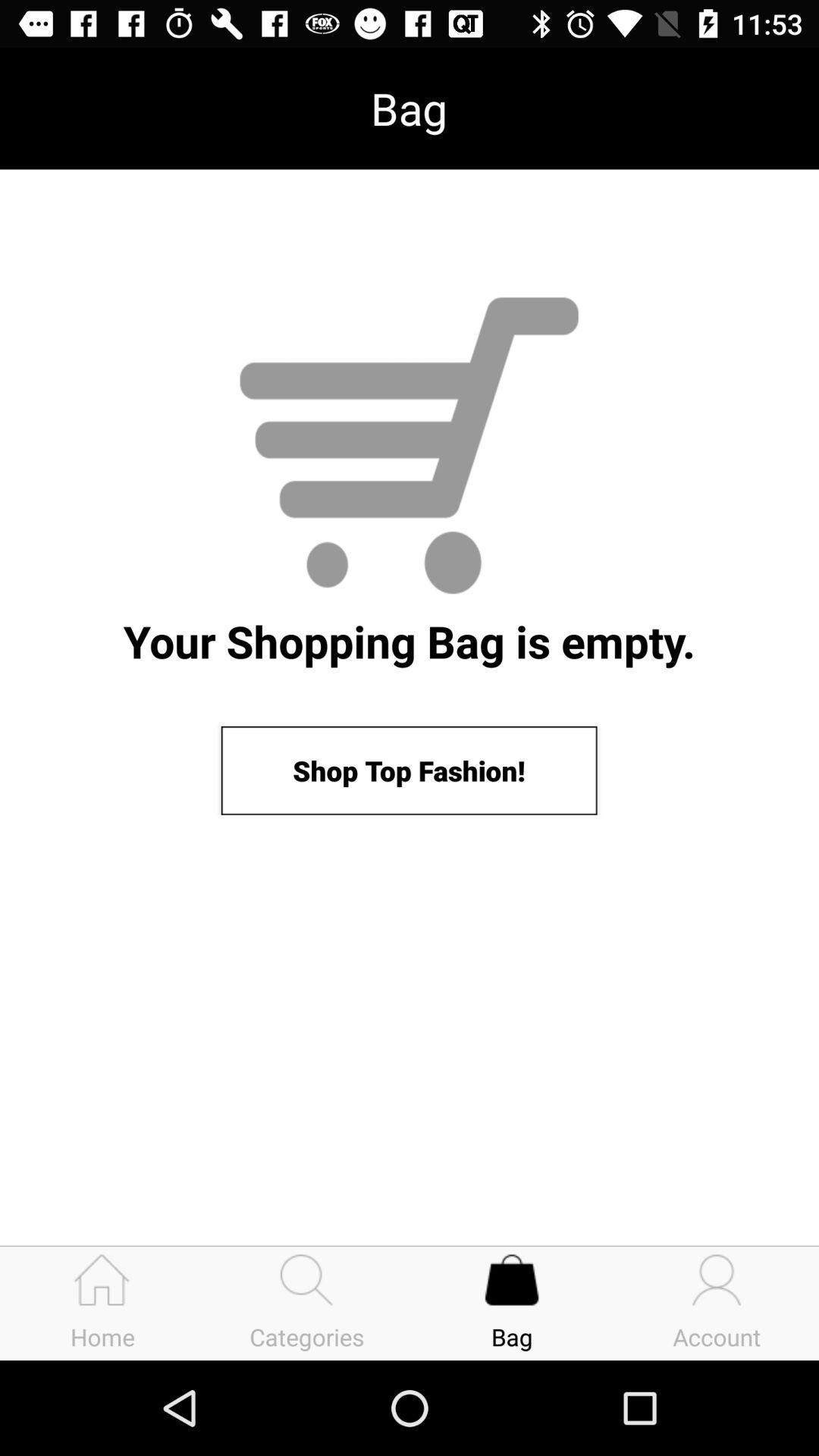 This screenshot has height=1456, width=819. Describe the element at coordinates (408, 770) in the screenshot. I see `the shop top fashion! item` at that location.